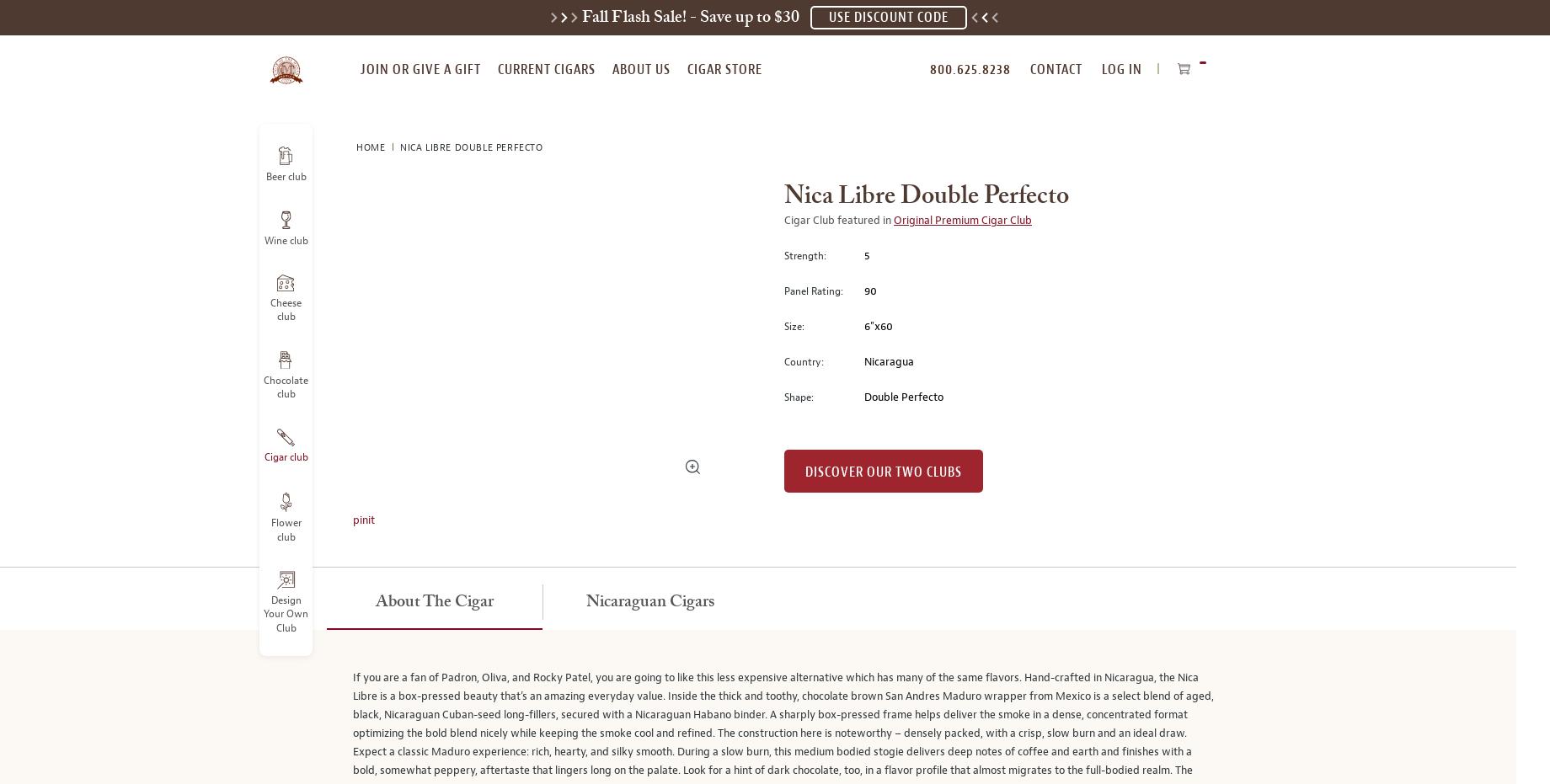  What do you see at coordinates (799, 397) in the screenshot?
I see `'Shape:'` at bounding box center [799, 397].